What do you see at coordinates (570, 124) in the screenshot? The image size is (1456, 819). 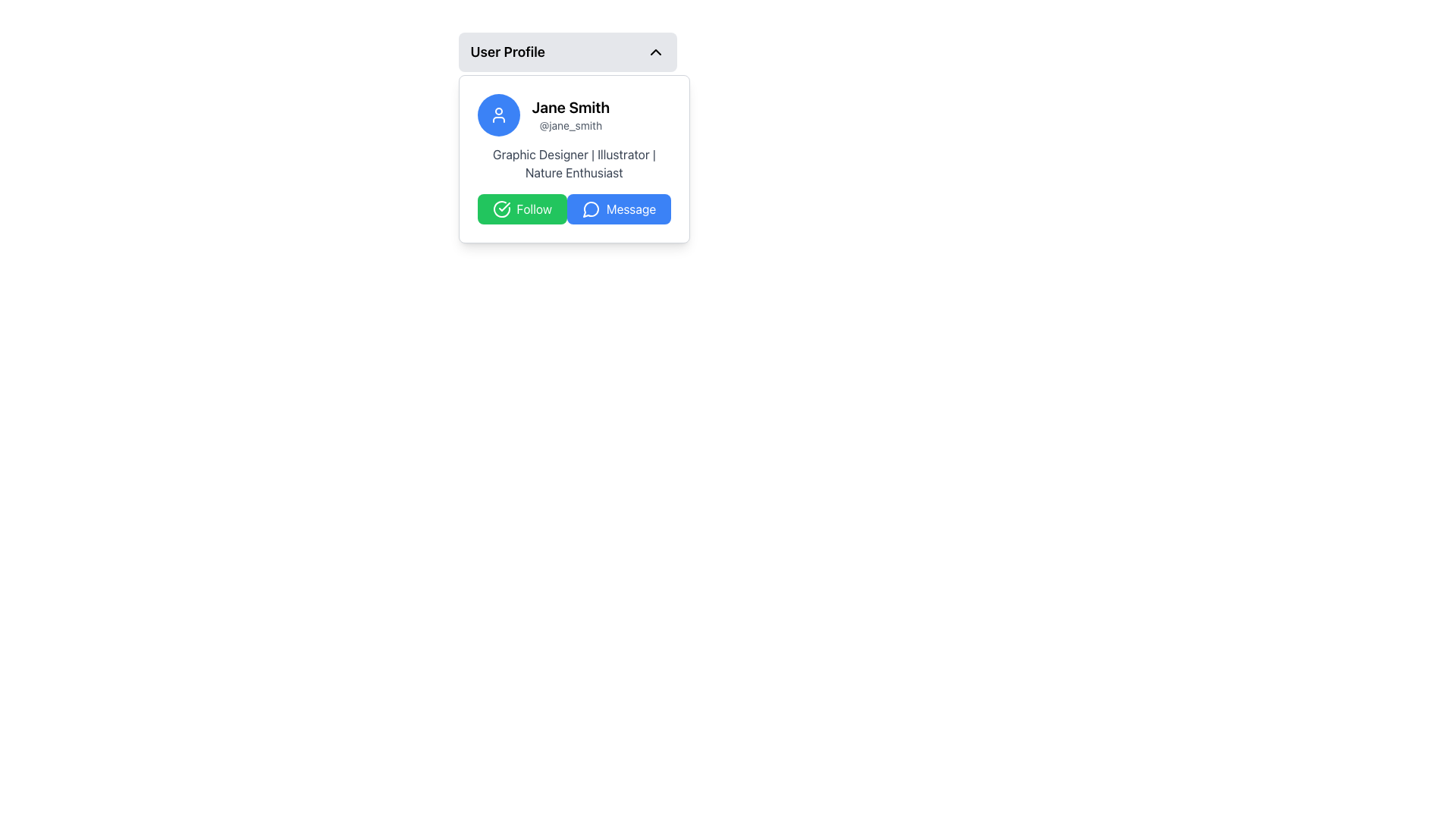 I see `the text label representing the user's handle, which is centrally located below the name 'Jane Smith' in the user profile card` at bounding box center [570, 124].